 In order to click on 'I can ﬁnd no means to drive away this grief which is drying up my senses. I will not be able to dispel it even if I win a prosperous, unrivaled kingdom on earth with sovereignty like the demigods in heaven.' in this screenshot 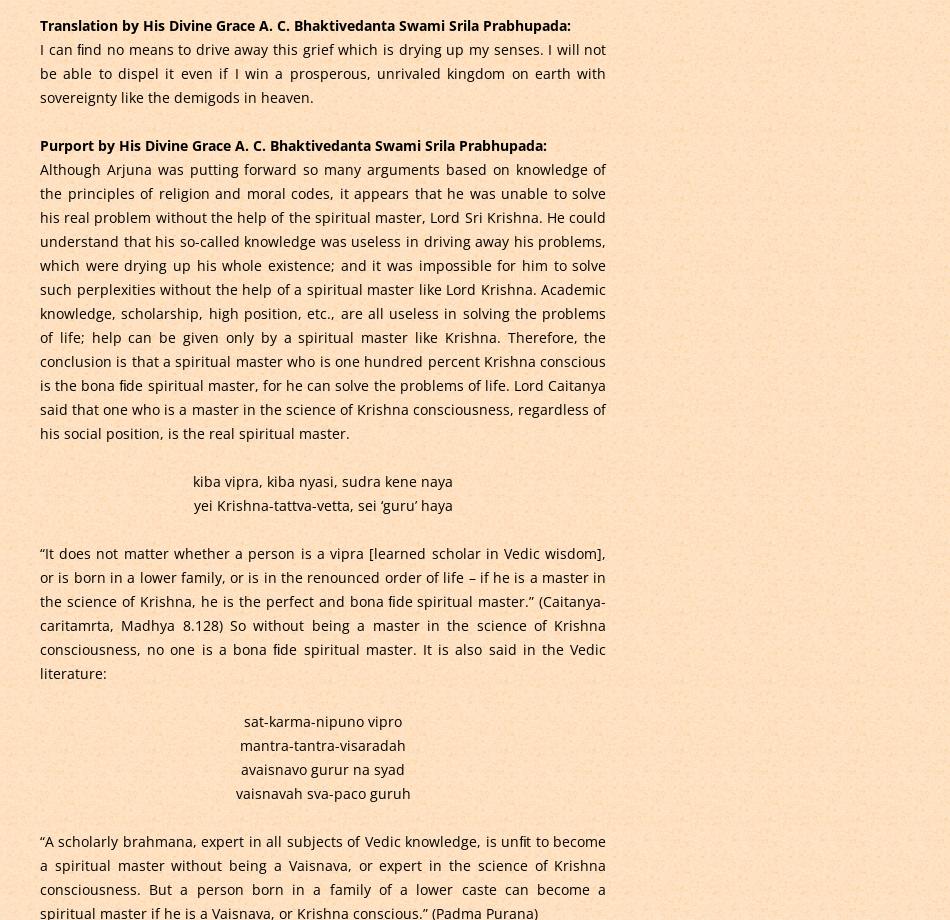, I will do `click(321, 72)`.